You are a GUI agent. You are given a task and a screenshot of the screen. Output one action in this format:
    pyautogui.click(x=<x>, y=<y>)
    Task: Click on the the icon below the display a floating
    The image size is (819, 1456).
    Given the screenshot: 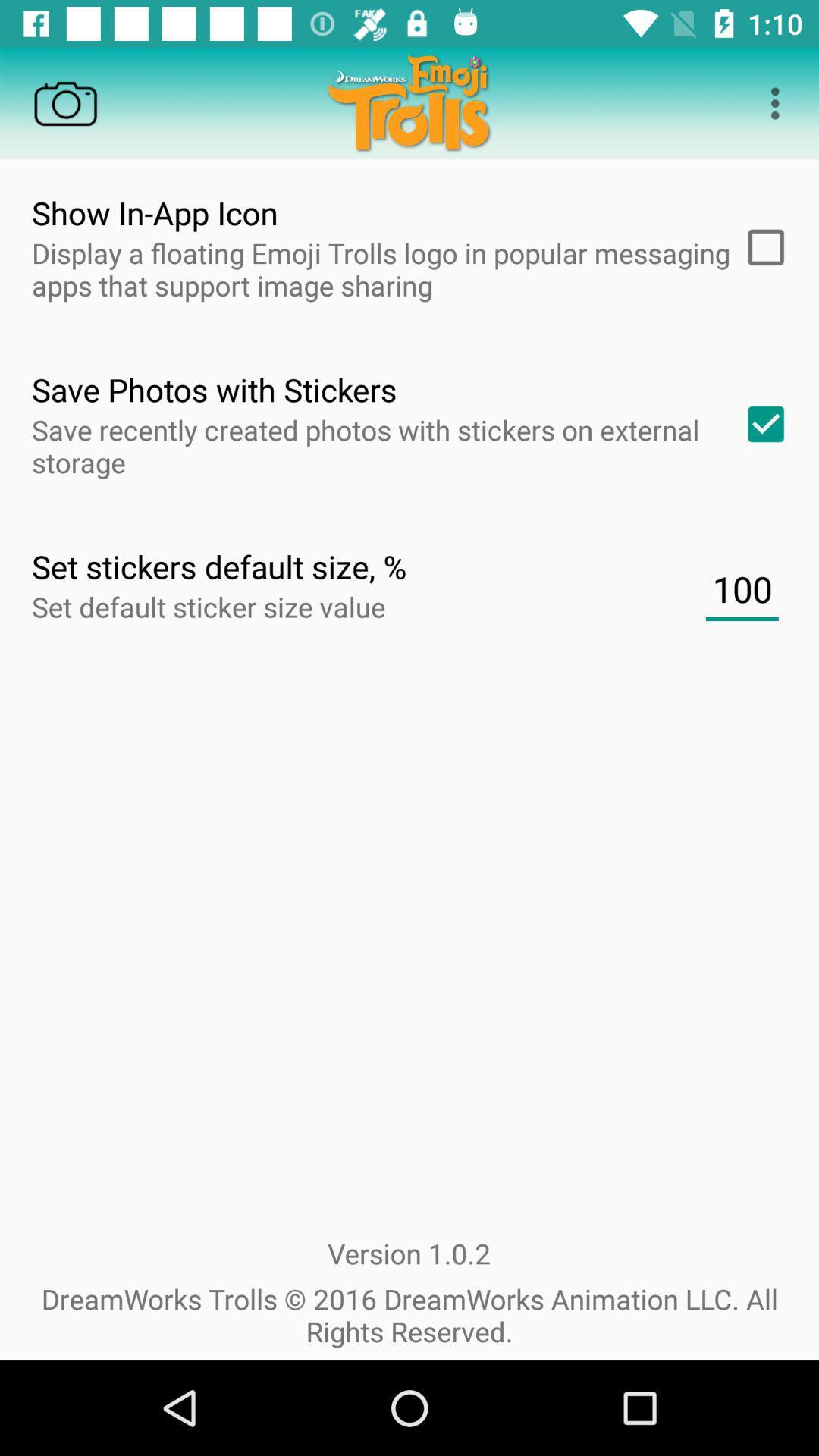 What is the action you would take?
    pyautogui.click(x=761, y=424)
    